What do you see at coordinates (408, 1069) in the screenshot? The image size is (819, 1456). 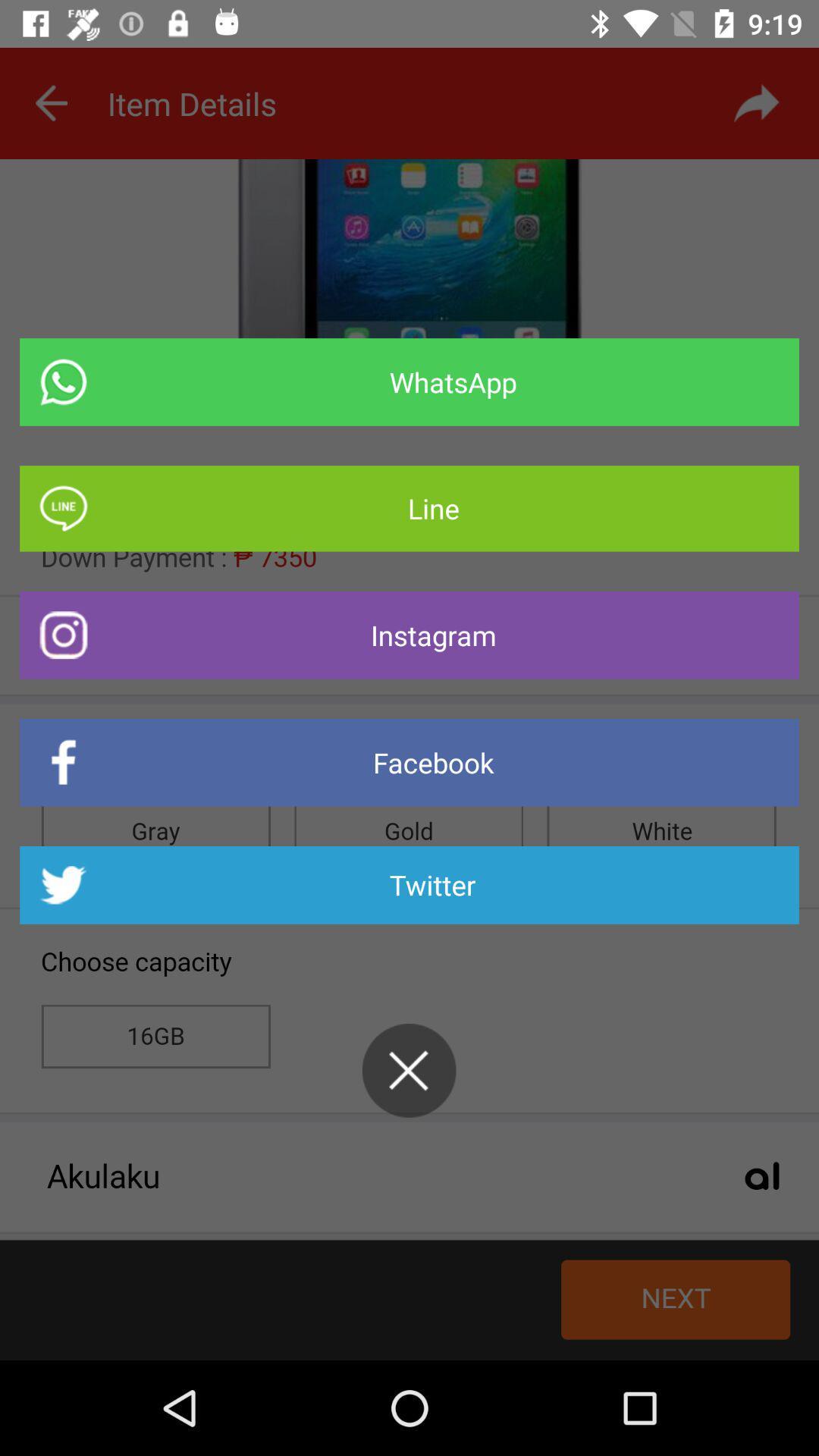 I see `button` at bounding box center [408, 1069].